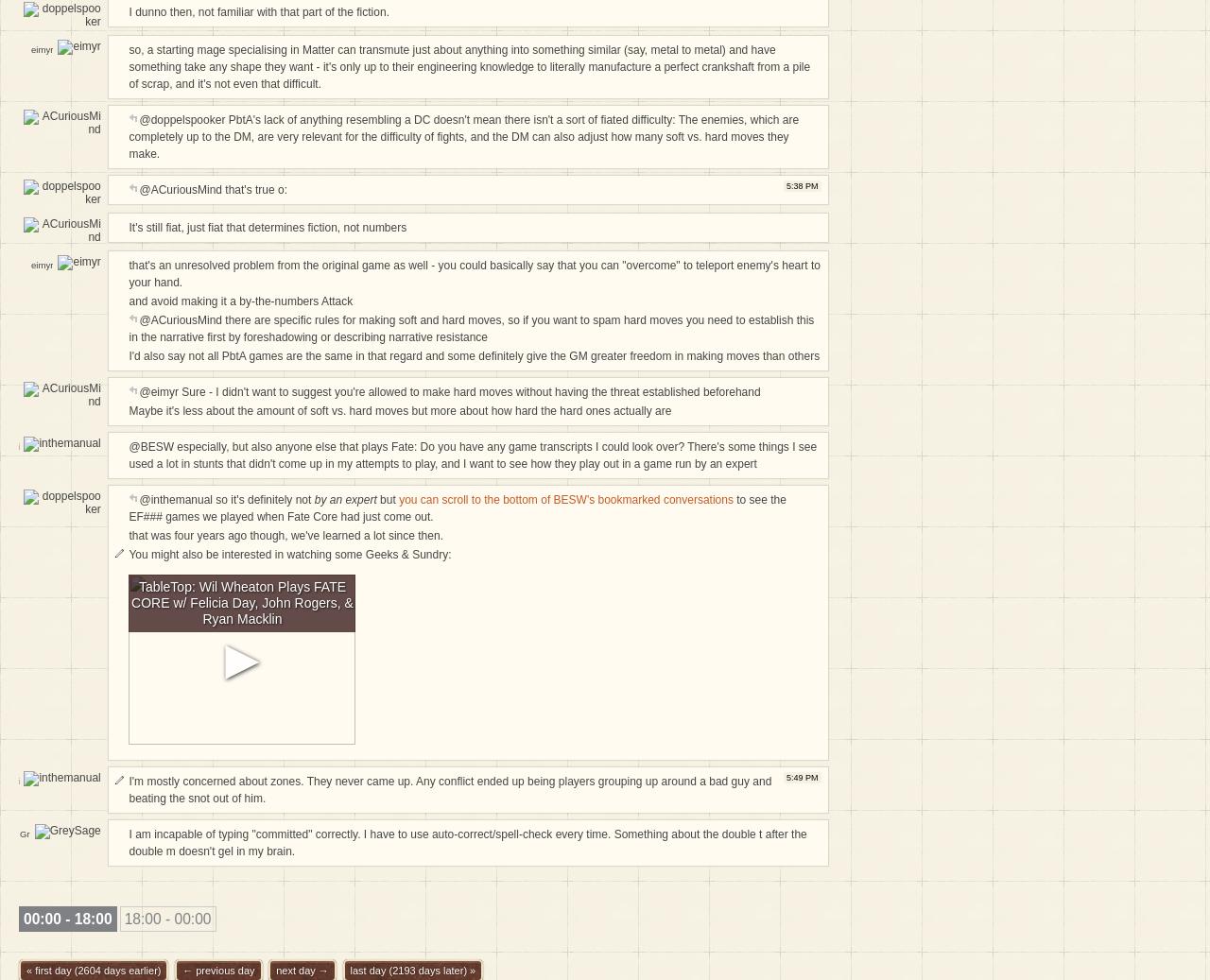 Image resolution: width=1210 pixels, height=980 pixels. Describe the element at coordinates (469, 66) in the screenshot. I see `'so, a starting mage specialising in Matter can transmute just about anything into something similar (say, metal to metal) and have something take any shape they want - it's only up to their engineering knowledge to literally manufacture a perfect crankshaft from a pile of scrap, and it's not even that difficult.'` at that location.